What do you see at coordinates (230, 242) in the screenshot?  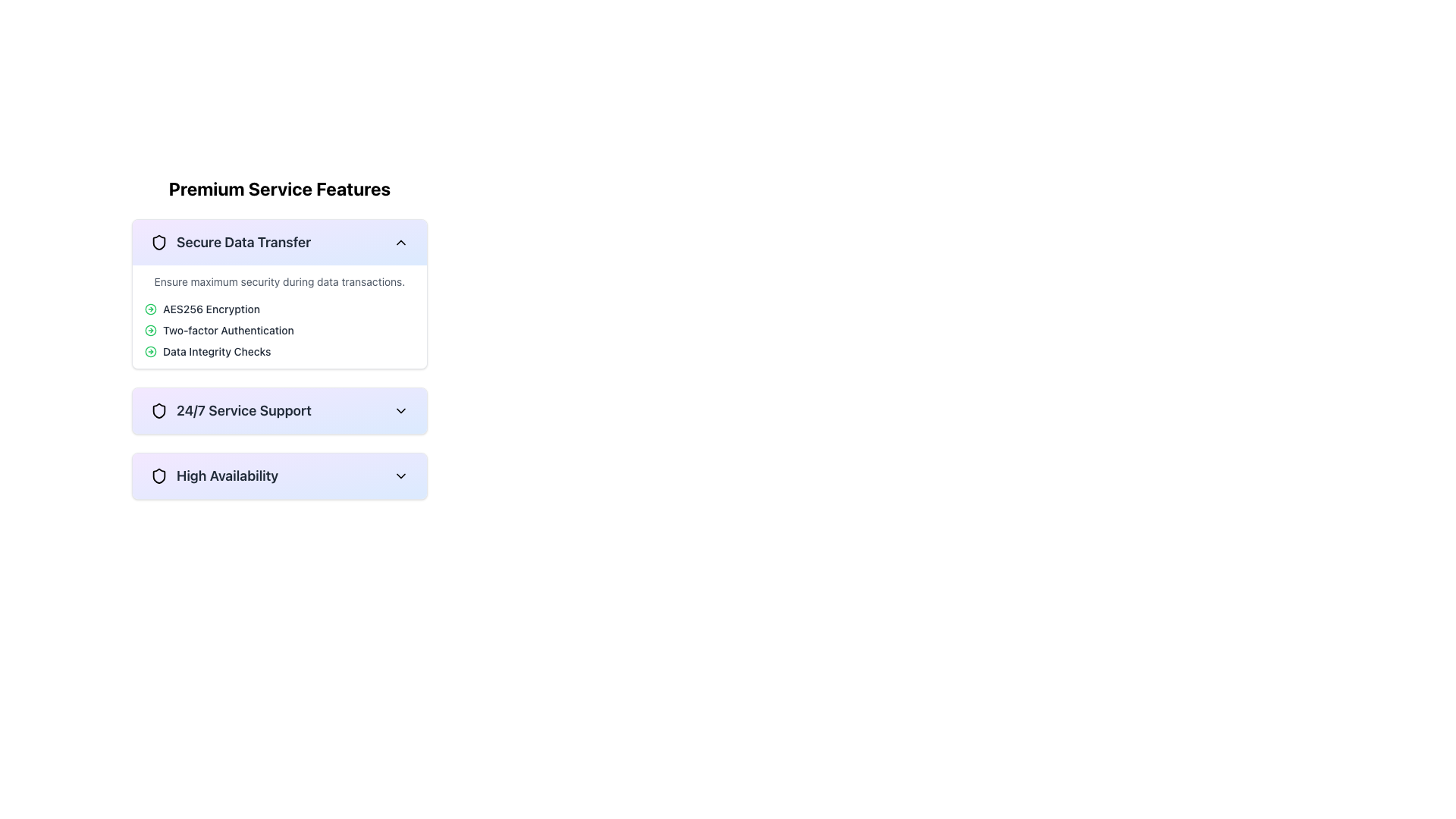 I see `descriptive header for the feature 'Secure Data Transfer' located in the first section of the 'Premium Service Features' list, which is above '24/7 Service Support' and 'High Availability.'` at bounding box center [230, 242].